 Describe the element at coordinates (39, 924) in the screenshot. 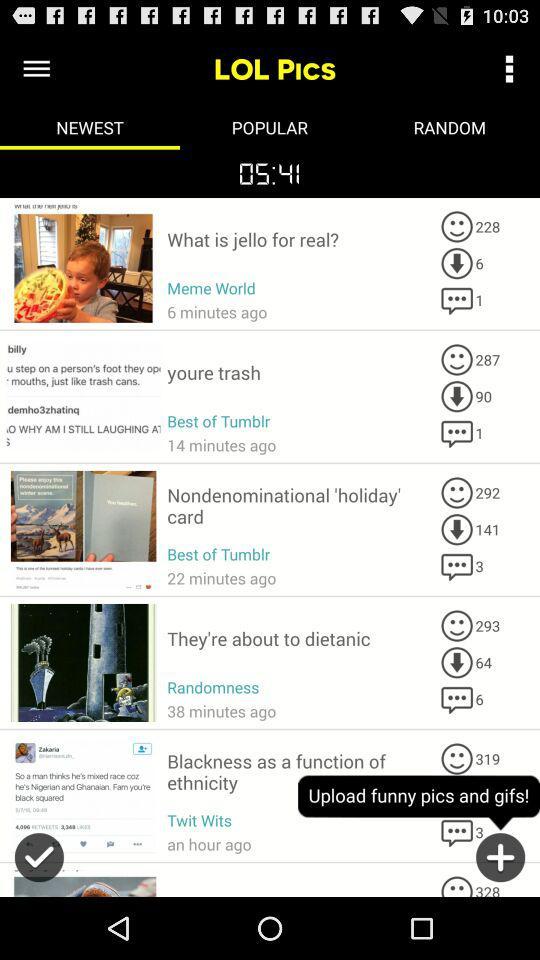

I see `the check icon` at that location.